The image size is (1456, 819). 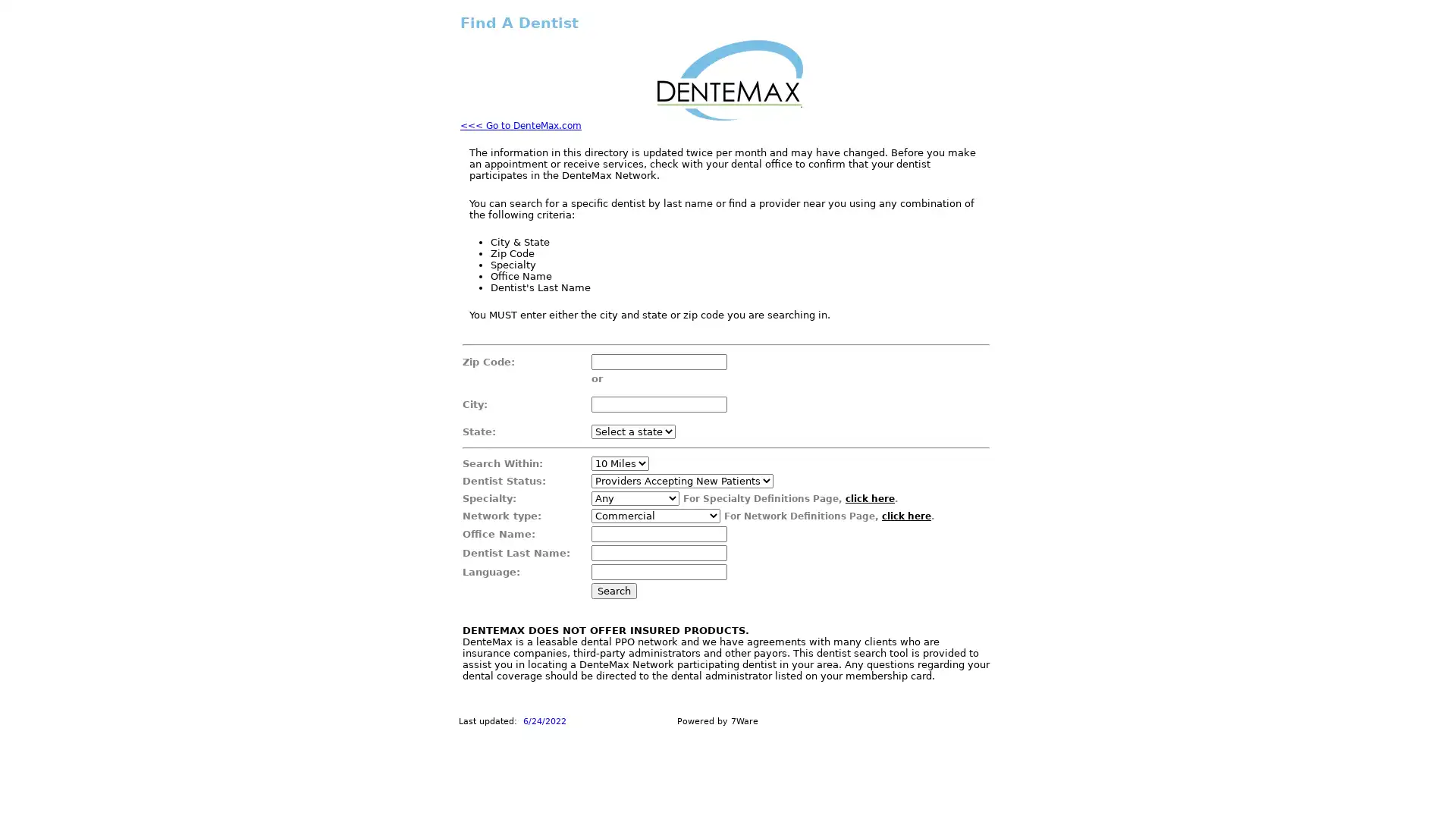 What do you see at coordinates (613, 590) in the screenshot?
I see `Search` at bounding box center [613, 590].